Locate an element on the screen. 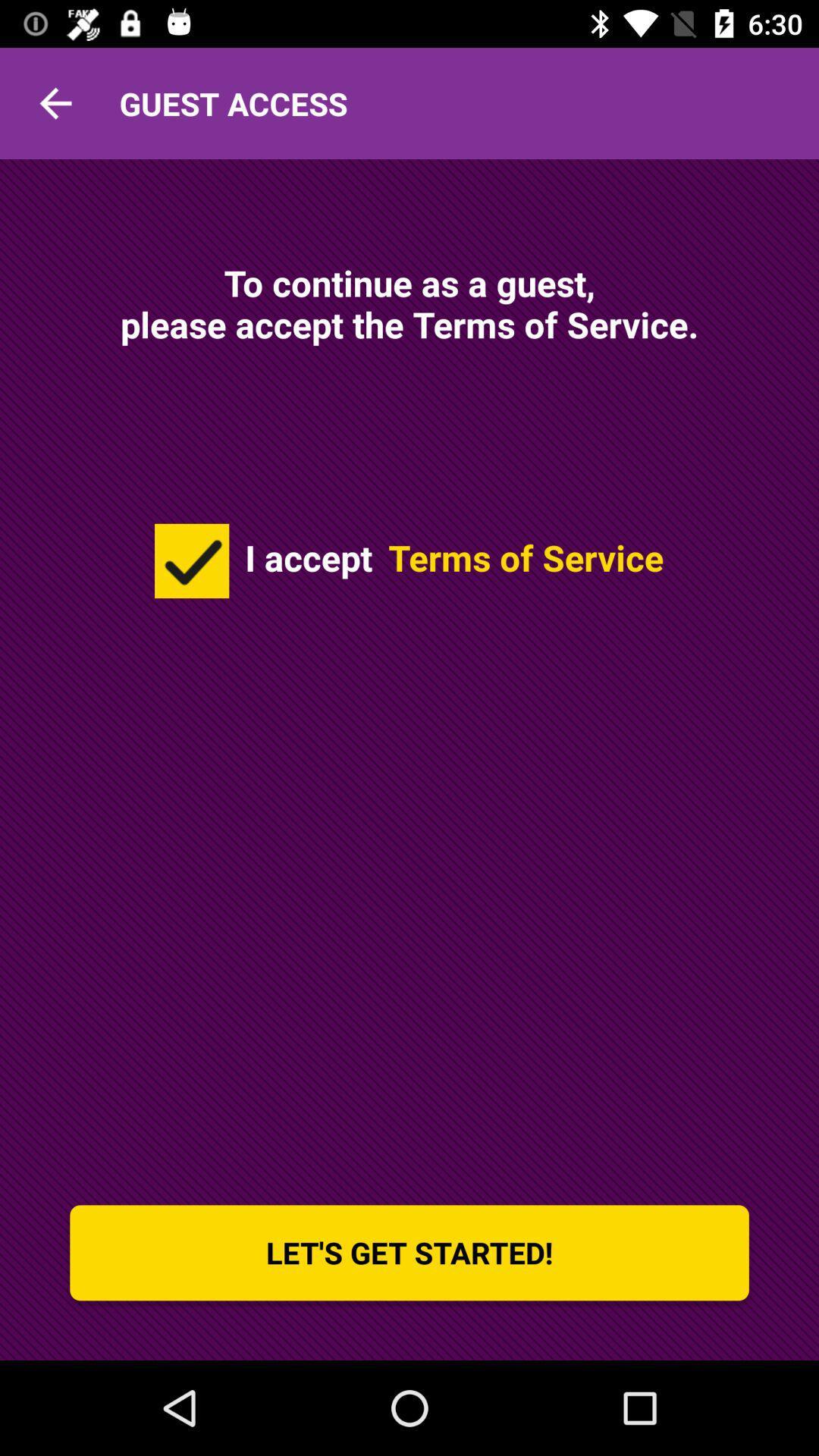 The width and height of the screenshot is (819, 1456). the icon next to the i accept item is located at coordinates (191, 560).